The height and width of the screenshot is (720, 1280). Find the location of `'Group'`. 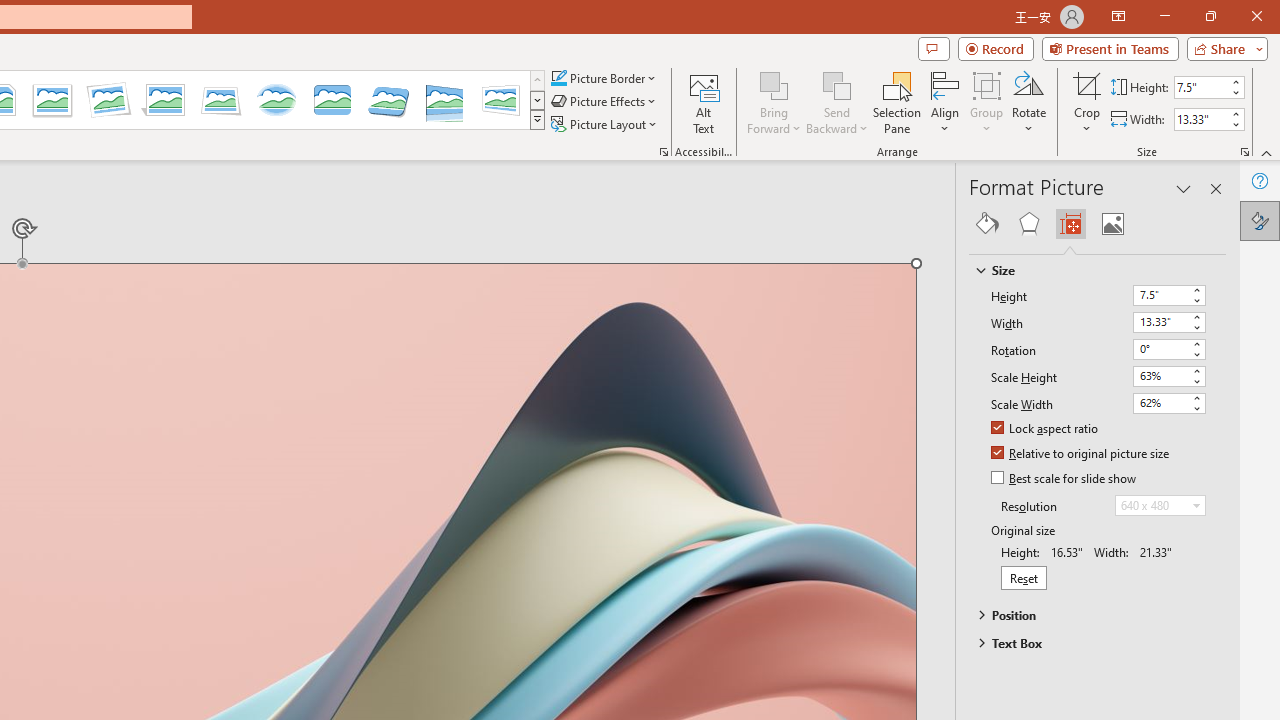

'Group' is located at coordinates (987, 103).